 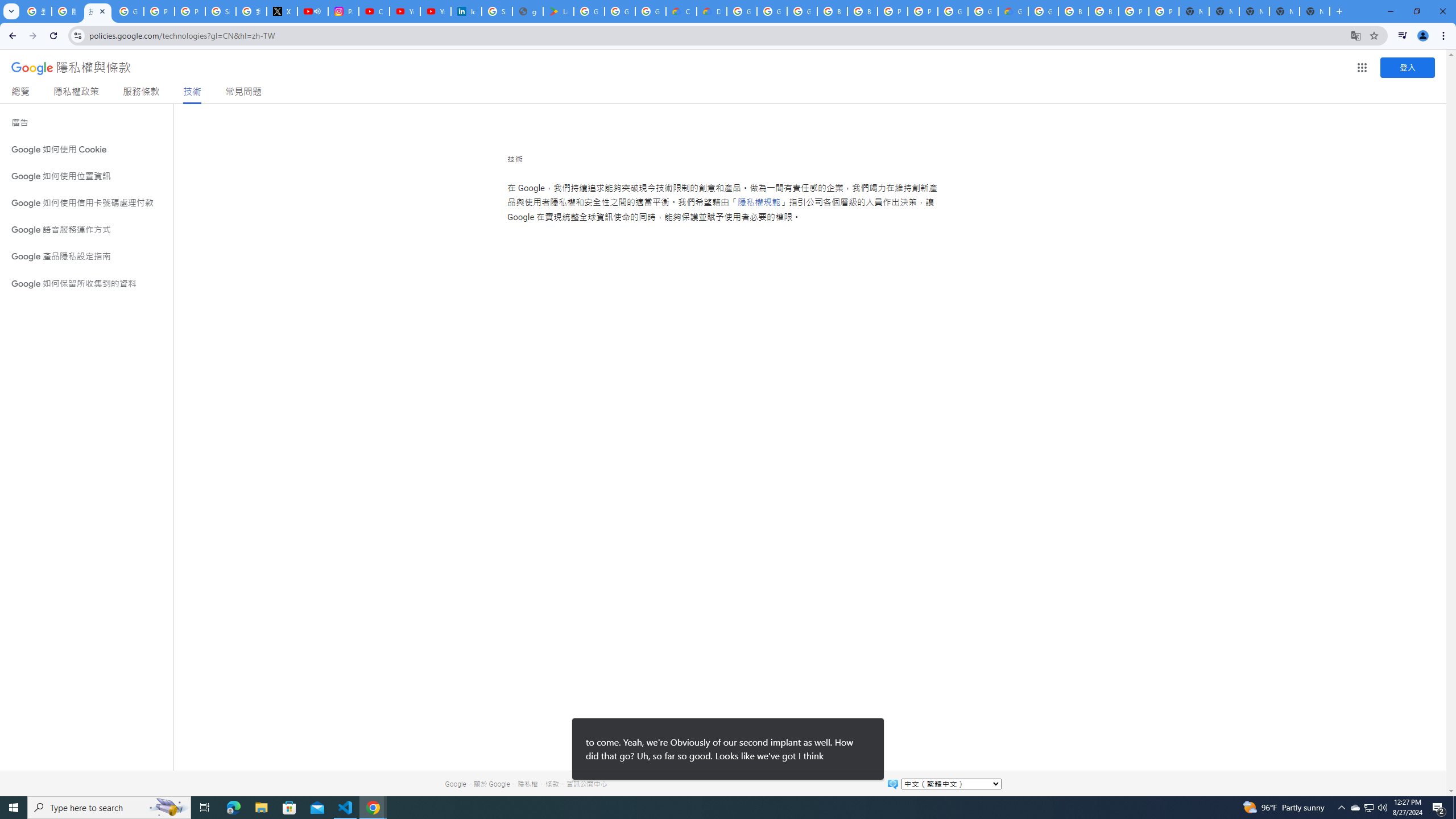 I want to click on 'Google Cloud Platform', so click(x=983, y=11).